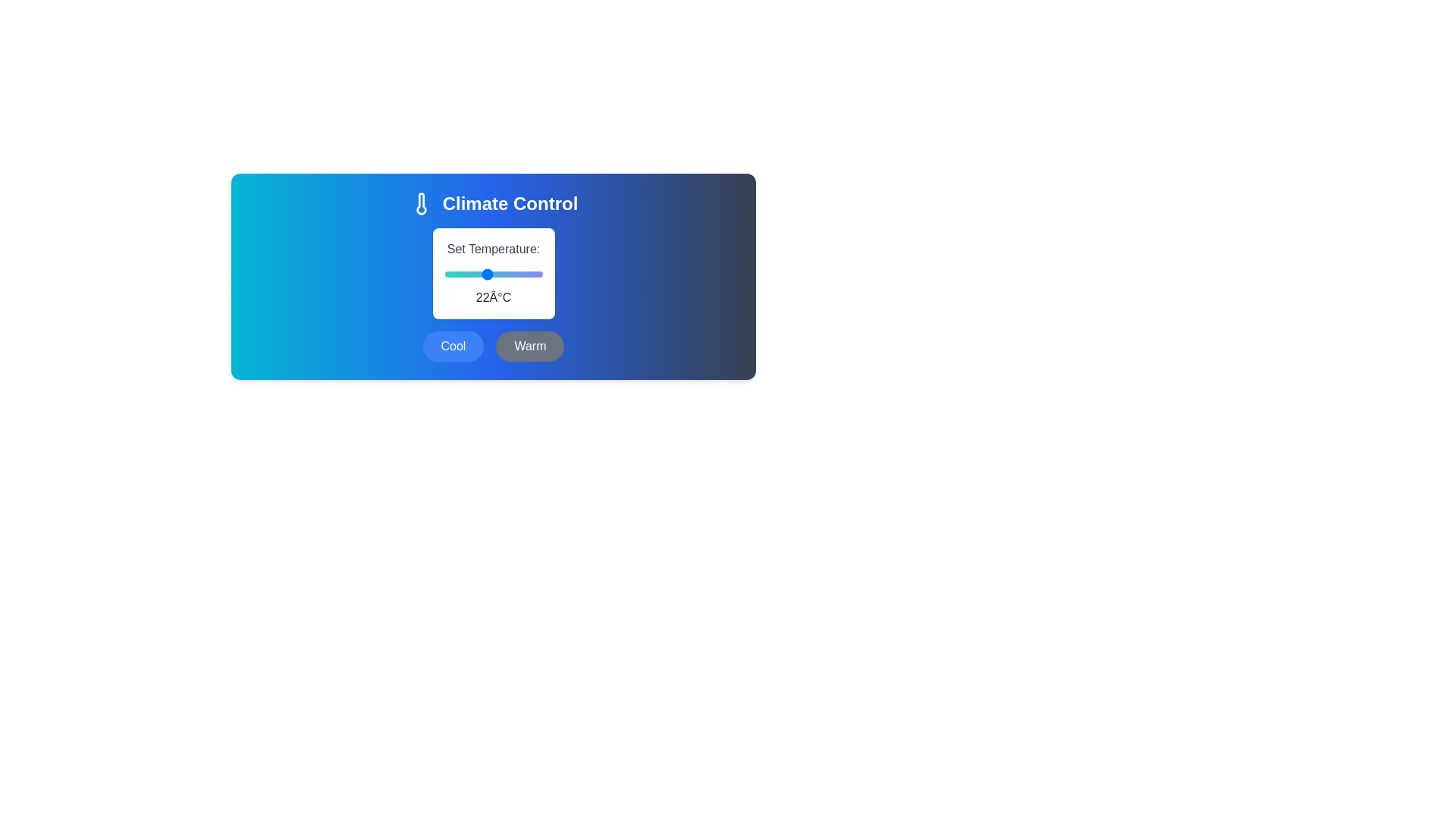 The width and height of the screenshot is (1456, 819). I want to click on the temperature measurement graphical icon component located at the top-left portion of the interface, above the text 'Climate Control', so click(421, 203).